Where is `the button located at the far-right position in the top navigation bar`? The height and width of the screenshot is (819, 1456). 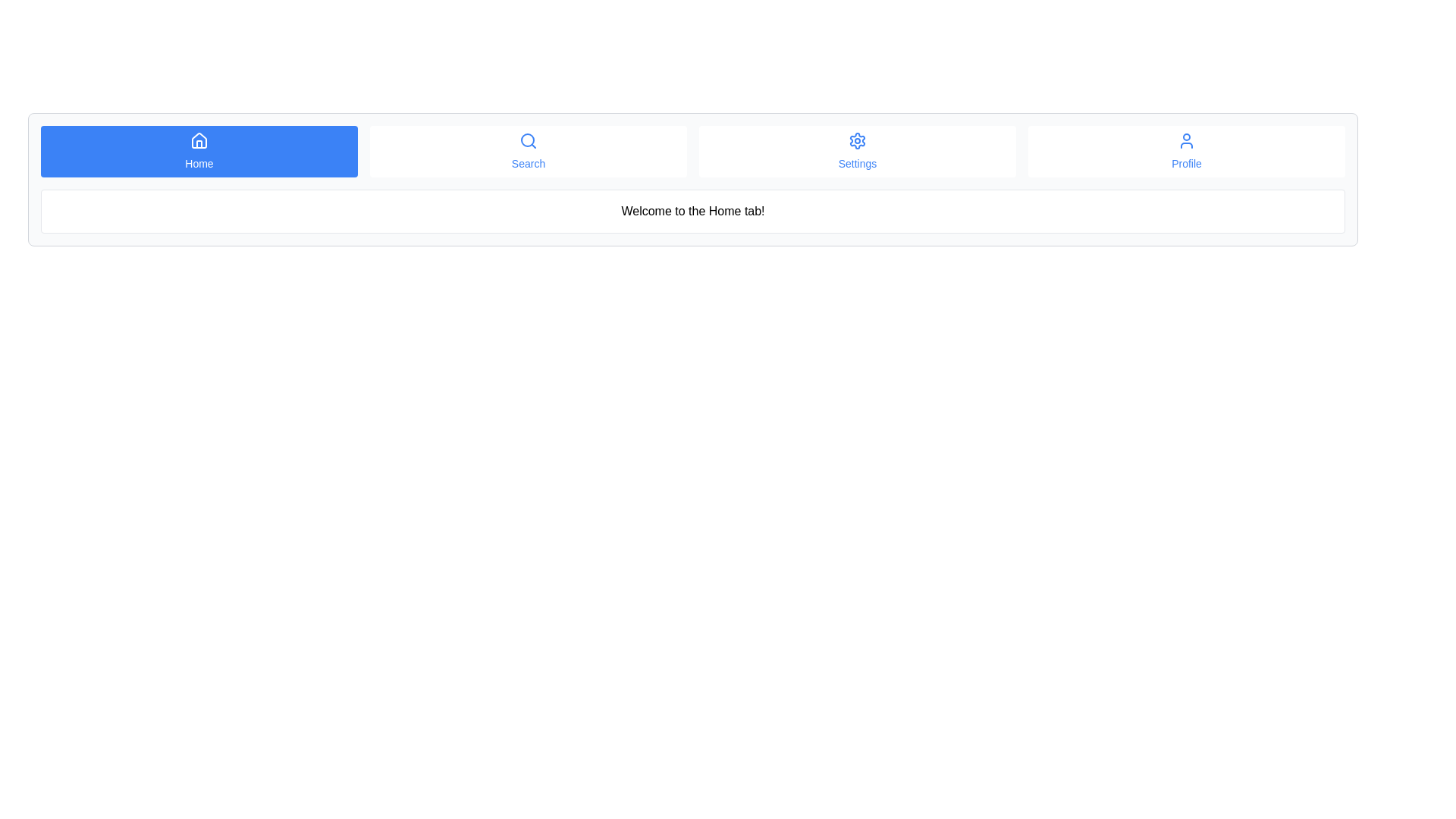 the button located at the far-right position in the top navigation bar is located at coordinates (1185, 152).